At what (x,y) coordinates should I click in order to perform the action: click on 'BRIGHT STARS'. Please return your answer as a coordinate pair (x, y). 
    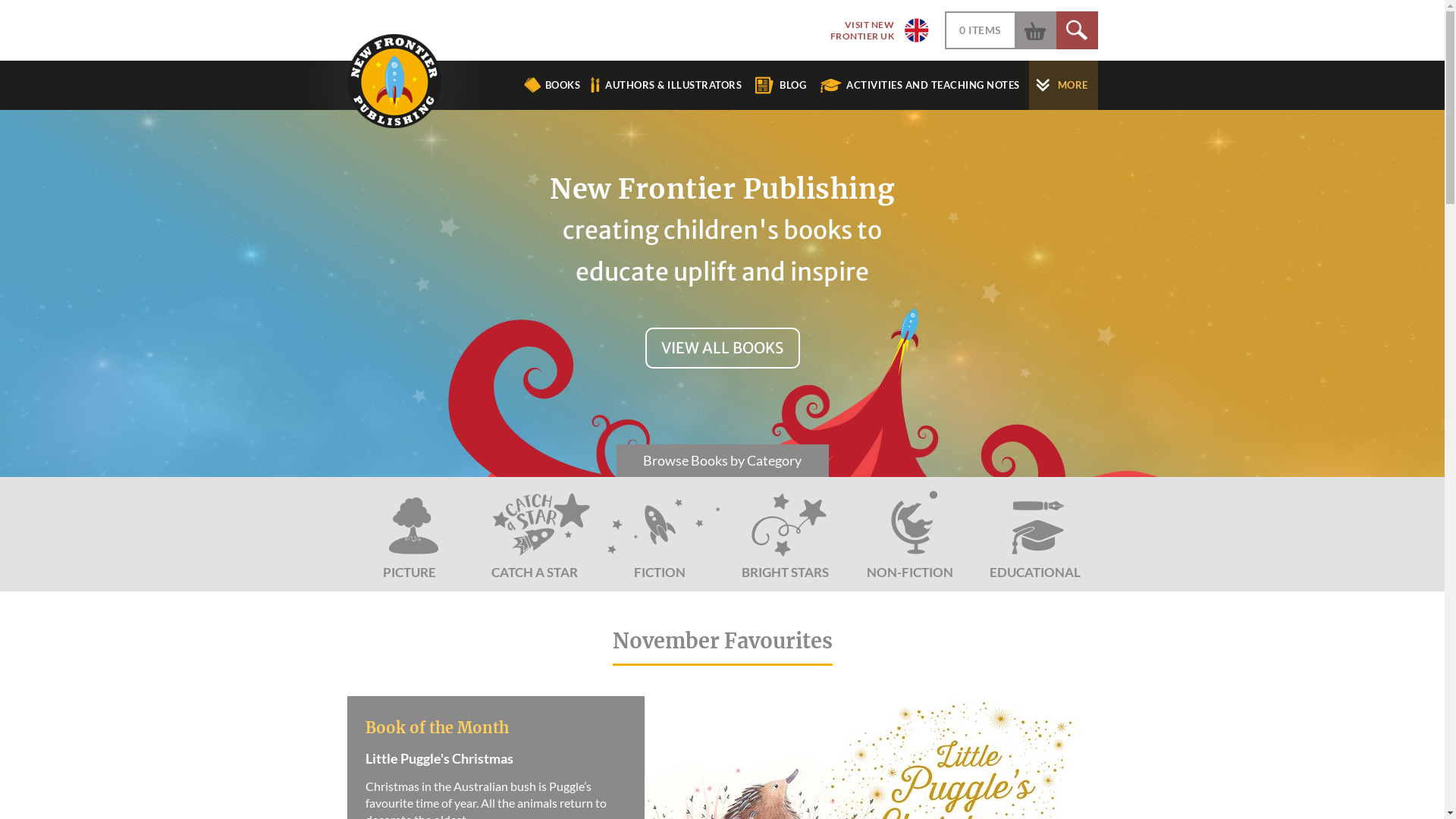
    Looking at the image, I should click on (784, 533).